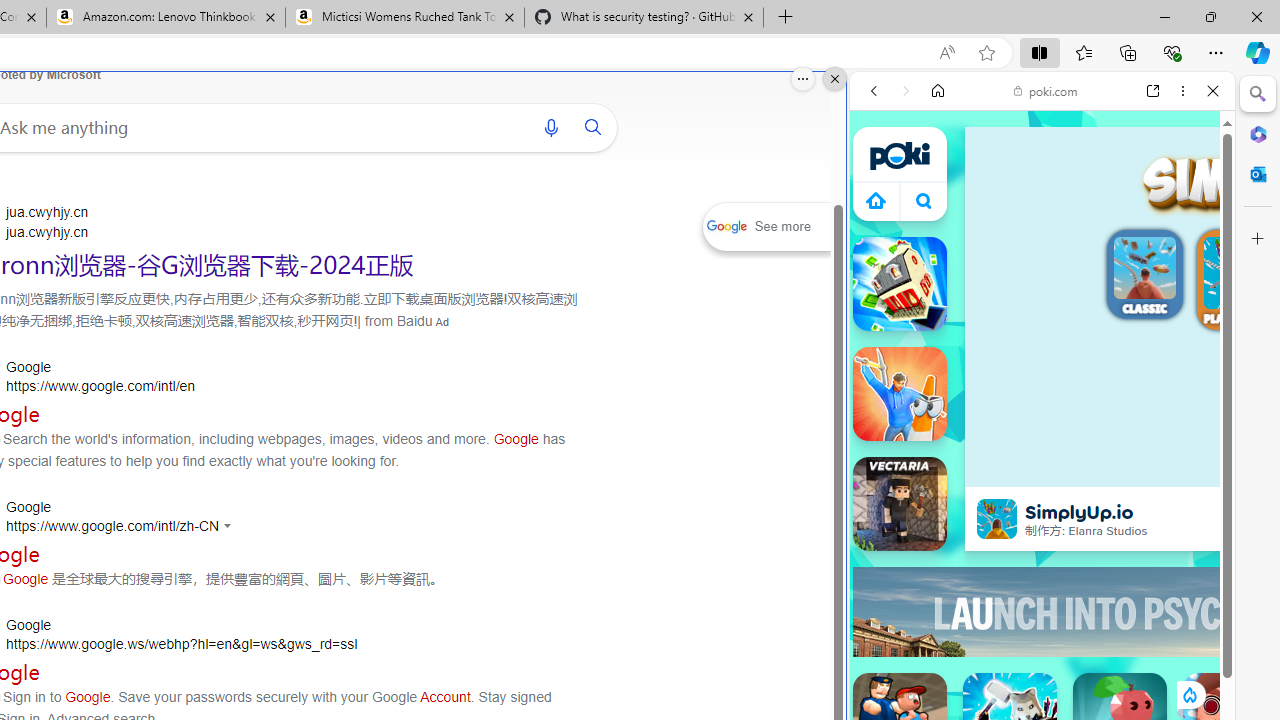 Image resolution: width=1280 pixels, height=720 pixels. I want to click on 'Class: rCs5cyEiqiTpYvt_VBCR', so click(1189, 694).